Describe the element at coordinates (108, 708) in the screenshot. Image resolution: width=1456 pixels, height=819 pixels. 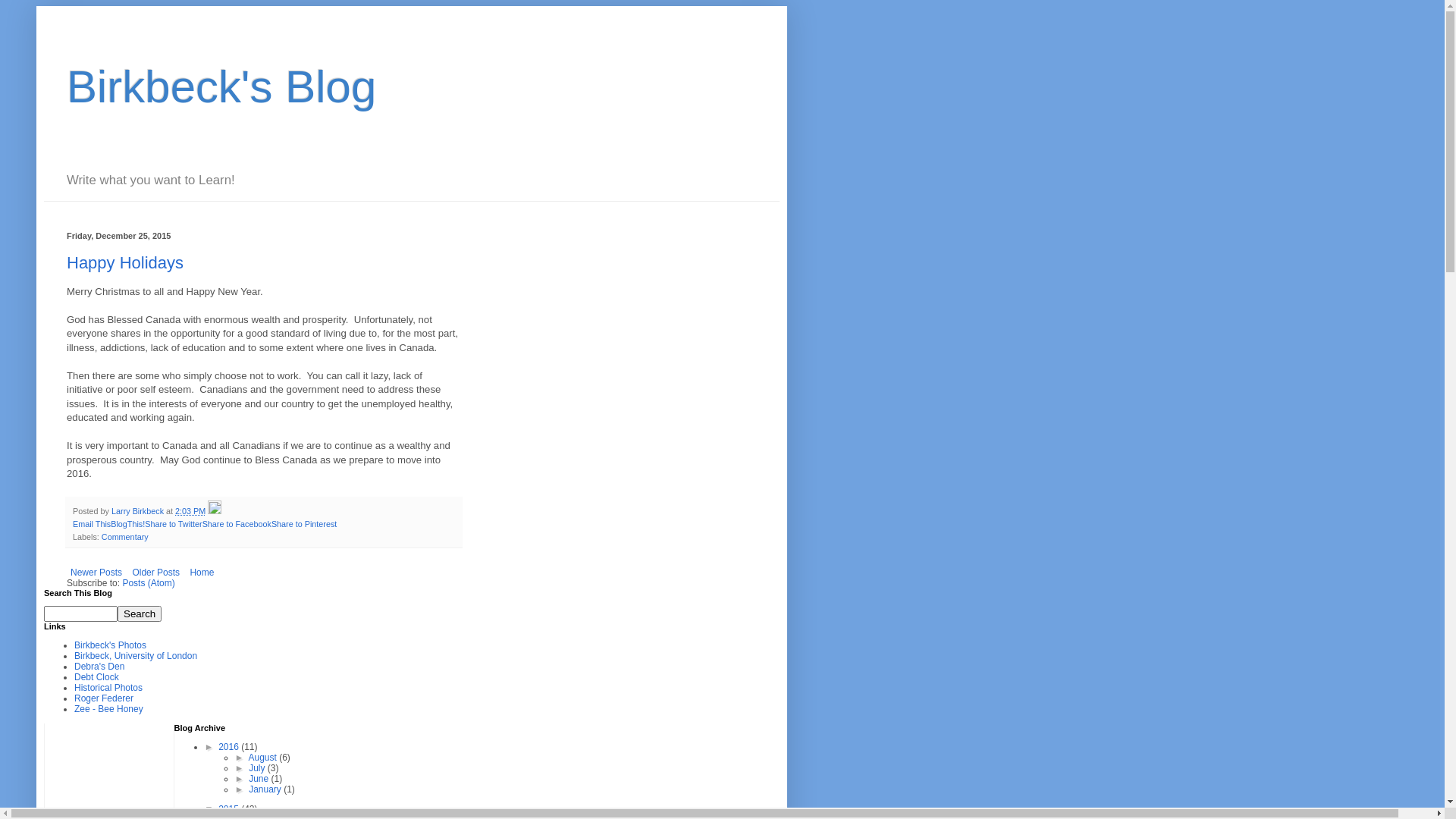
I see `'Zee - Bee Honey'` at that location.